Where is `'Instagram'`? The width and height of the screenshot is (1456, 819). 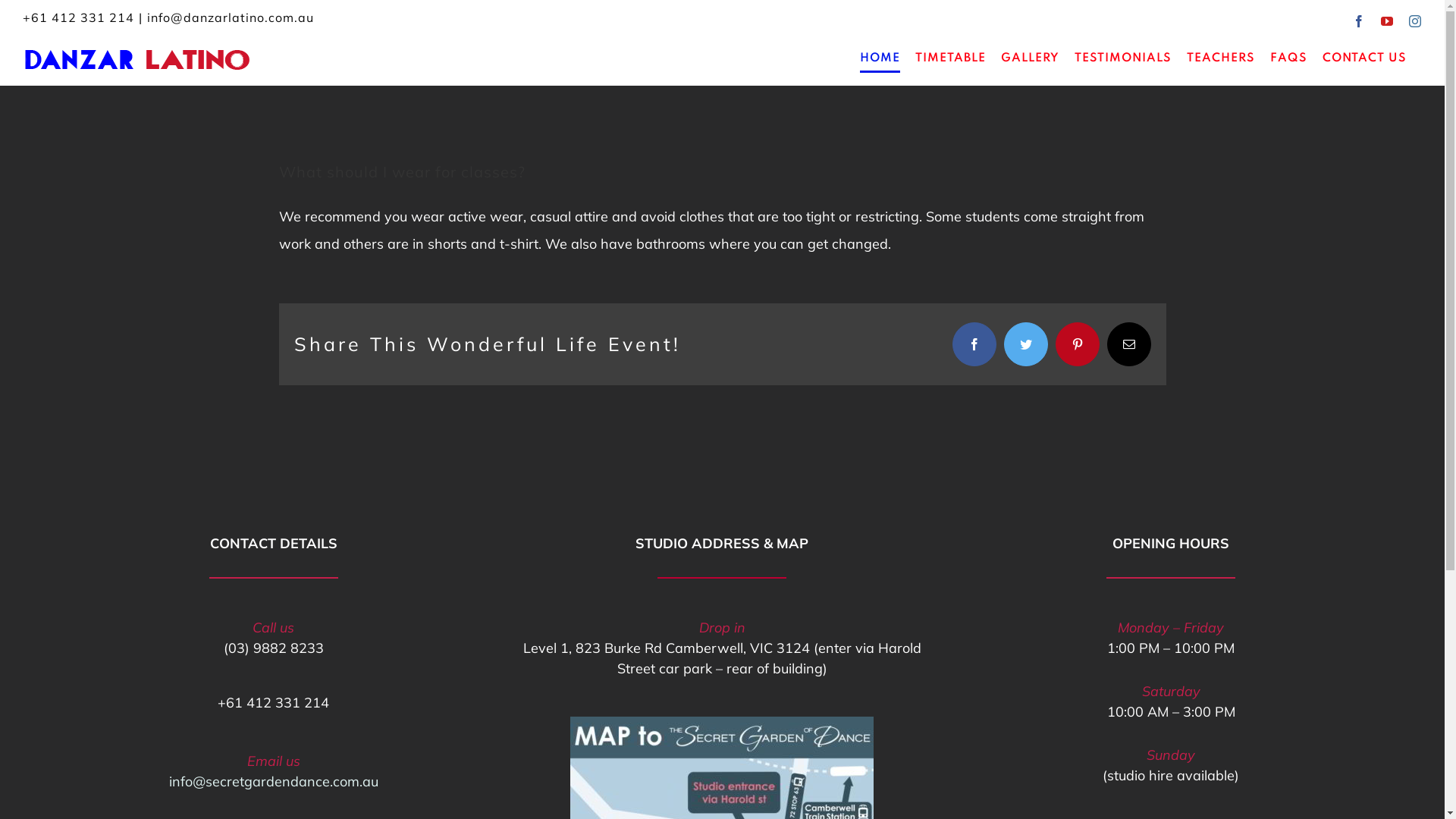 'Instagram' is located at coordinates (1414, 20).